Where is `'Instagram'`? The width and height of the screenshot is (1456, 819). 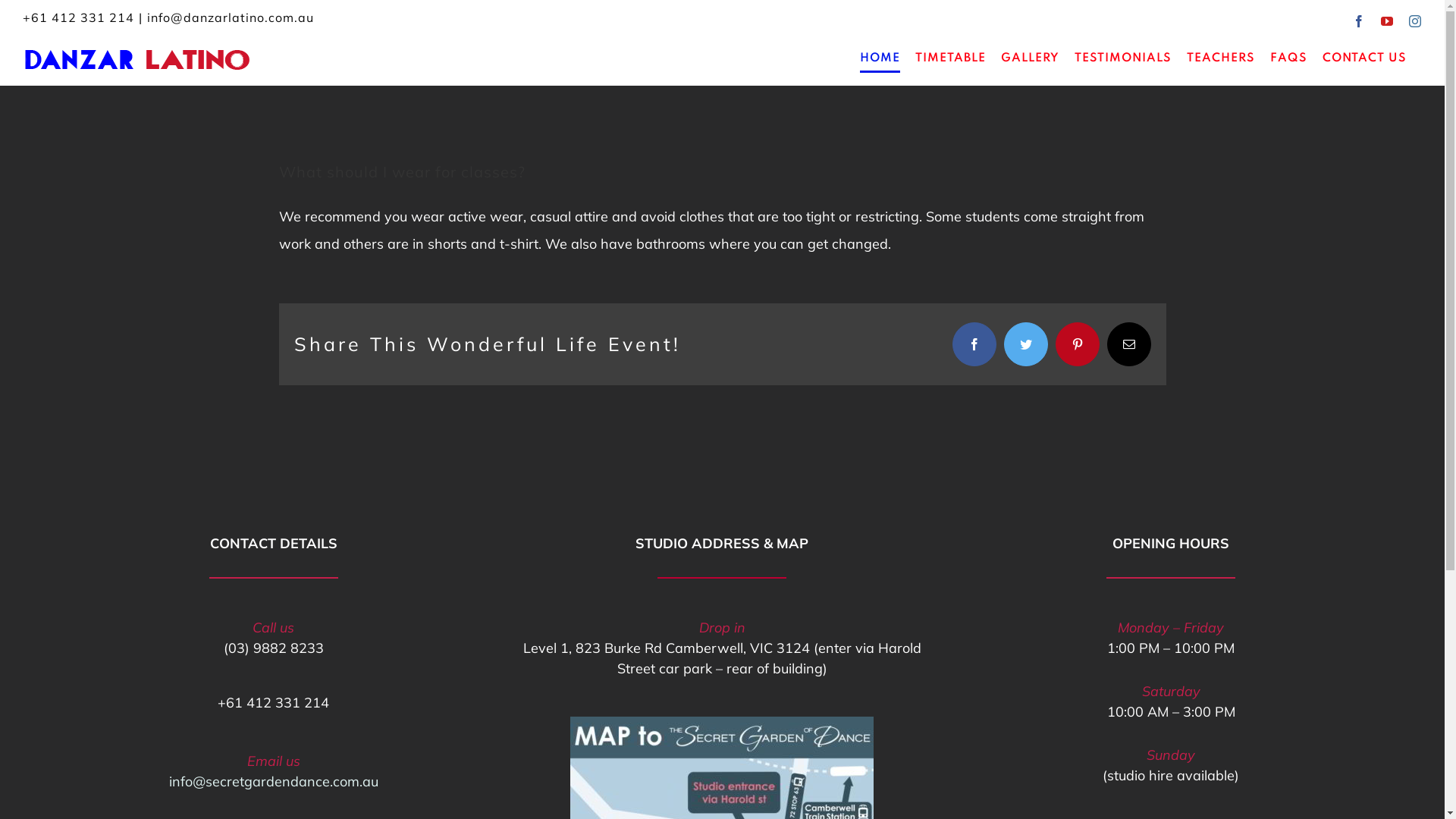 'Instagram' is located at coordinates (1414, 20).